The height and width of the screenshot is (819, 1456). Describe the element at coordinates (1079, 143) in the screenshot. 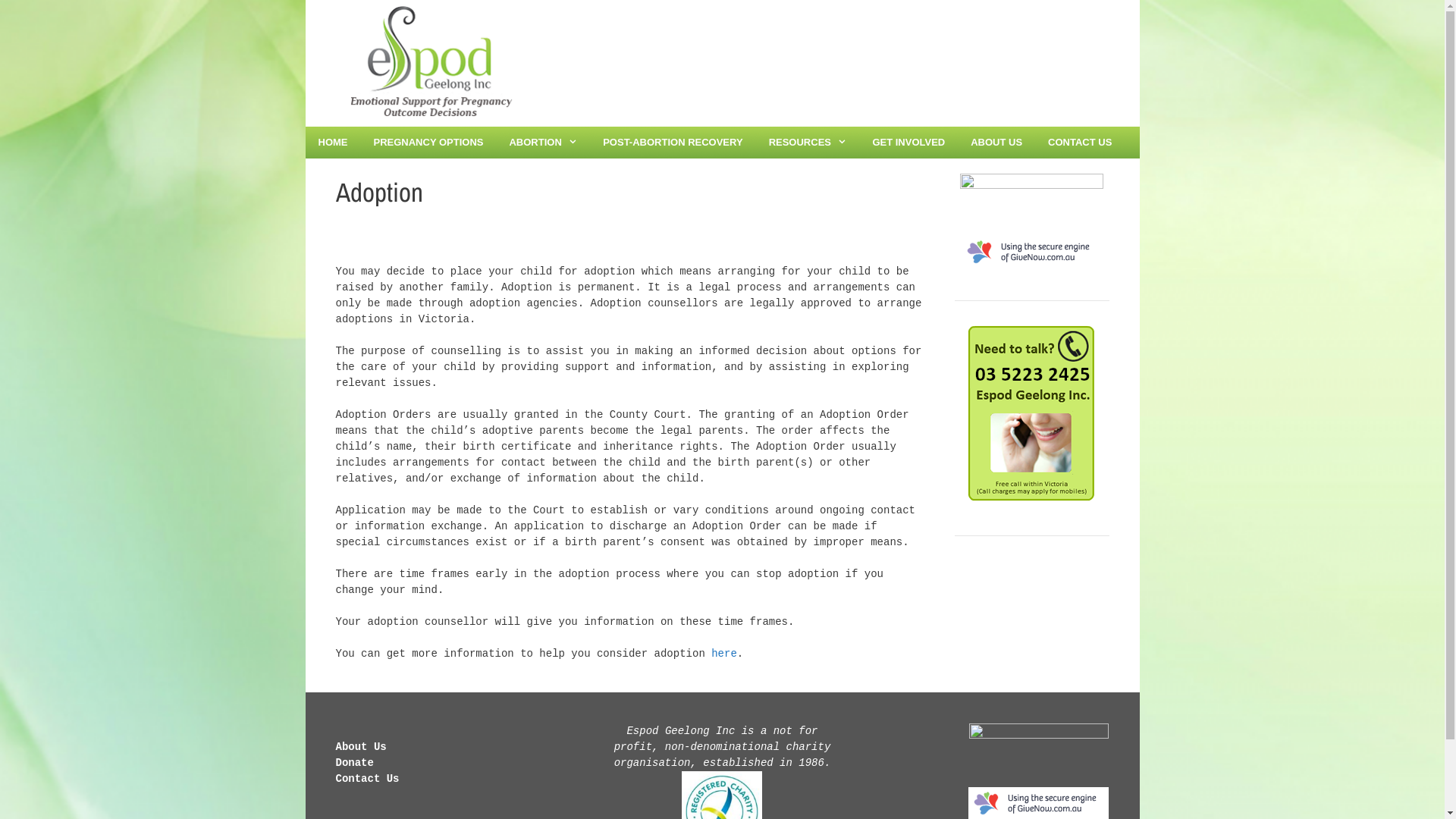

I see `'CONTACT US'` at that location.